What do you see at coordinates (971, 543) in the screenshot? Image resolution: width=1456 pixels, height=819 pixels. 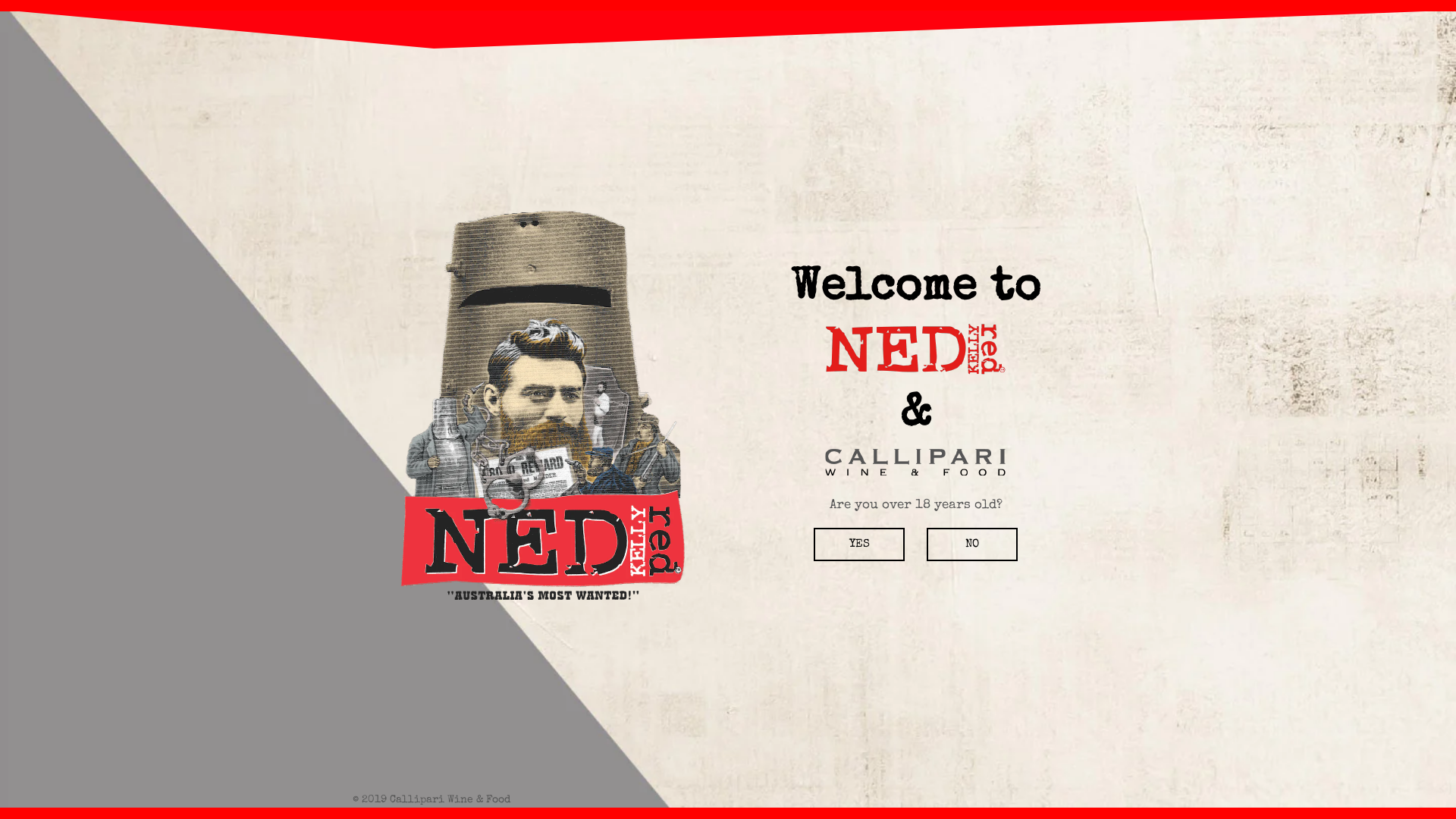 I see `'NO'` at bounding box center [971, 543].